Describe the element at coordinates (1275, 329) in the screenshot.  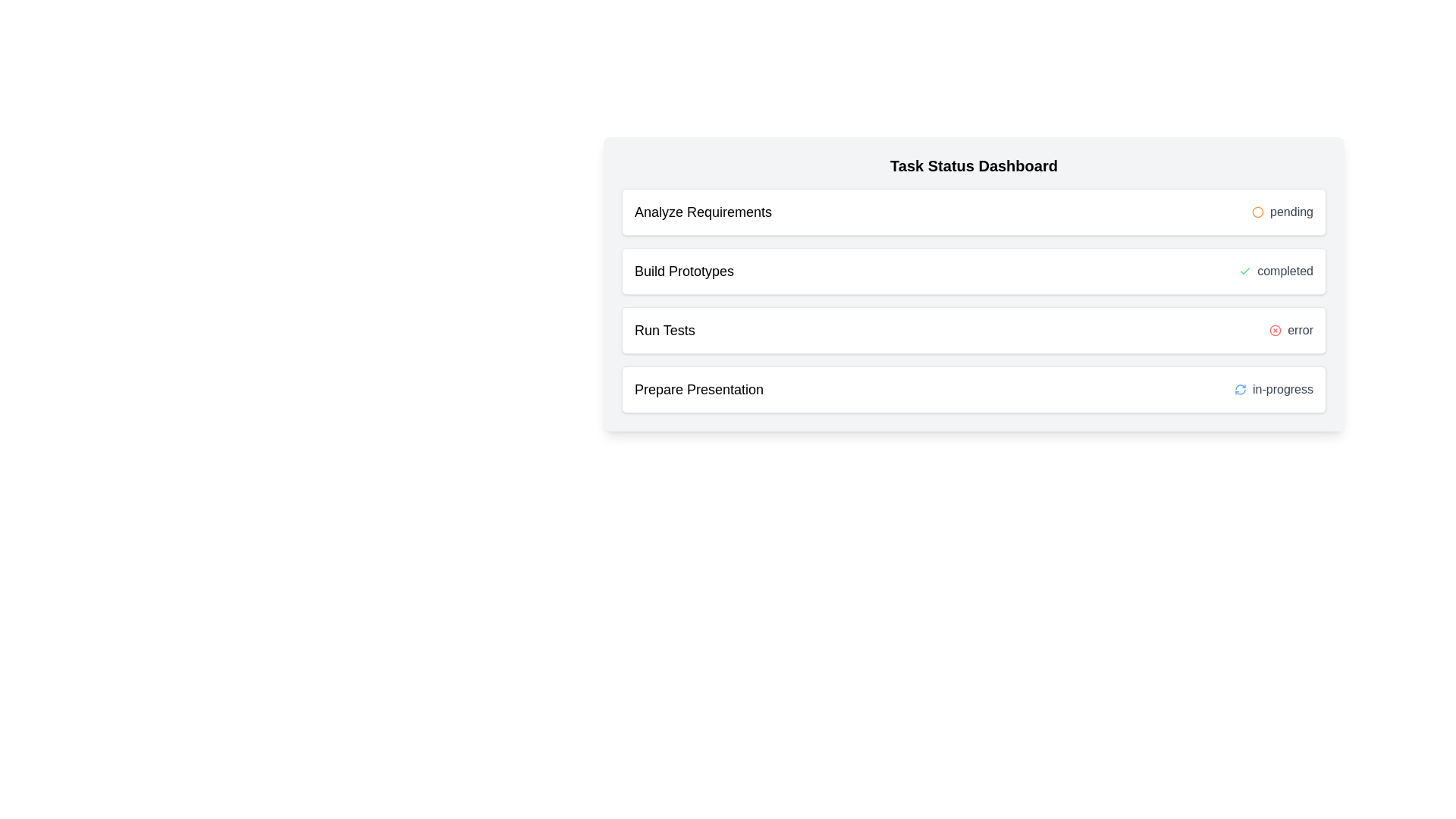
I see `the circular part of the error icon associated with the 'Run Tests' task, which visually represents an error or failed status` at that location.